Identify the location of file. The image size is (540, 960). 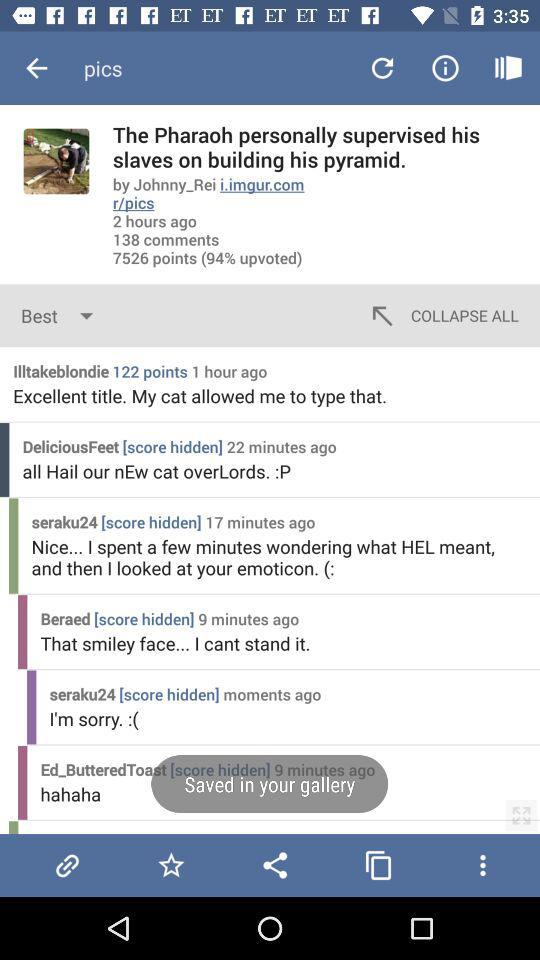
(67, 864).